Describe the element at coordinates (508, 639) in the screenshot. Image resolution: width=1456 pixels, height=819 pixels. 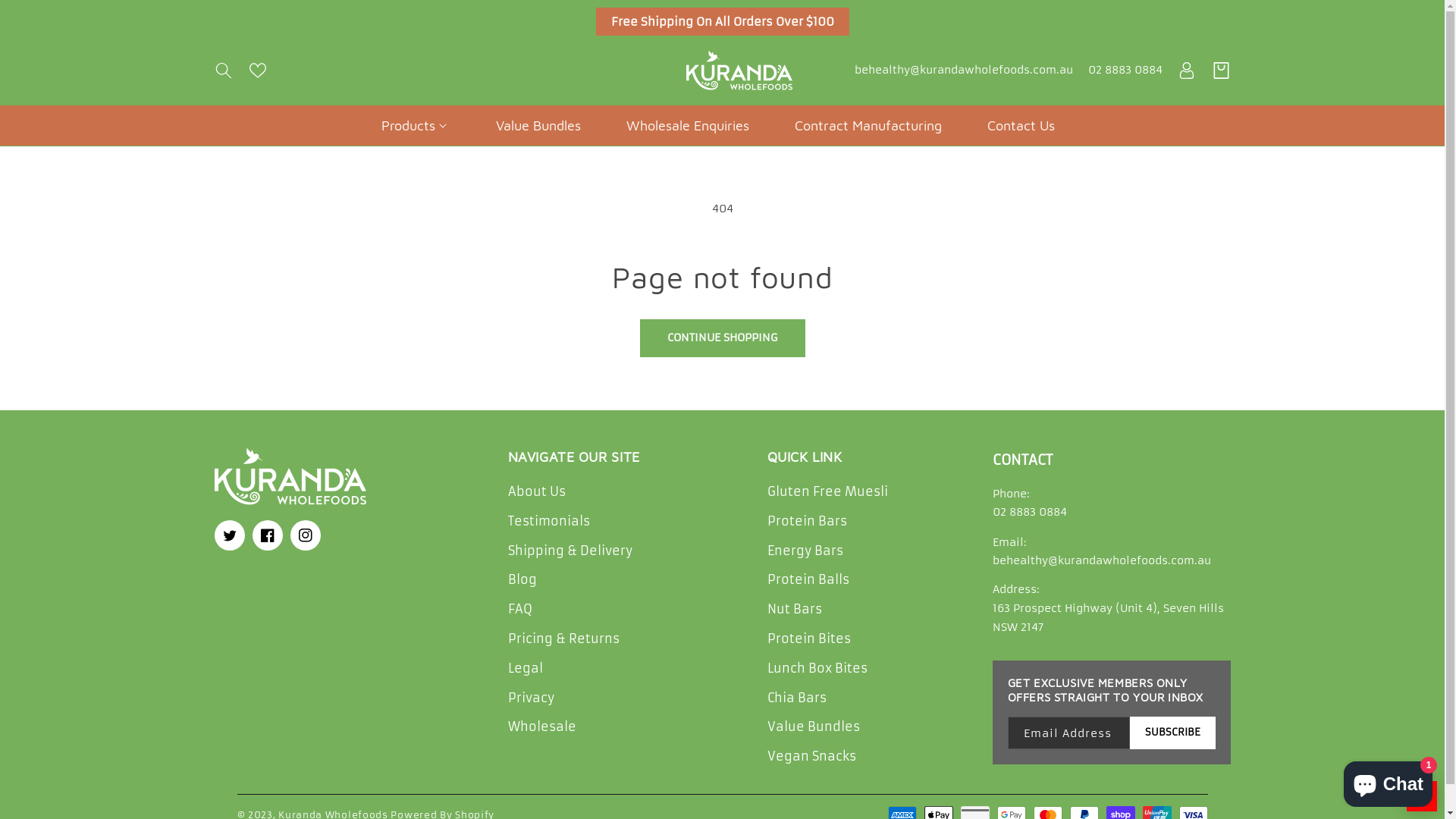
I see `'Pricing & Returns'` at that location.